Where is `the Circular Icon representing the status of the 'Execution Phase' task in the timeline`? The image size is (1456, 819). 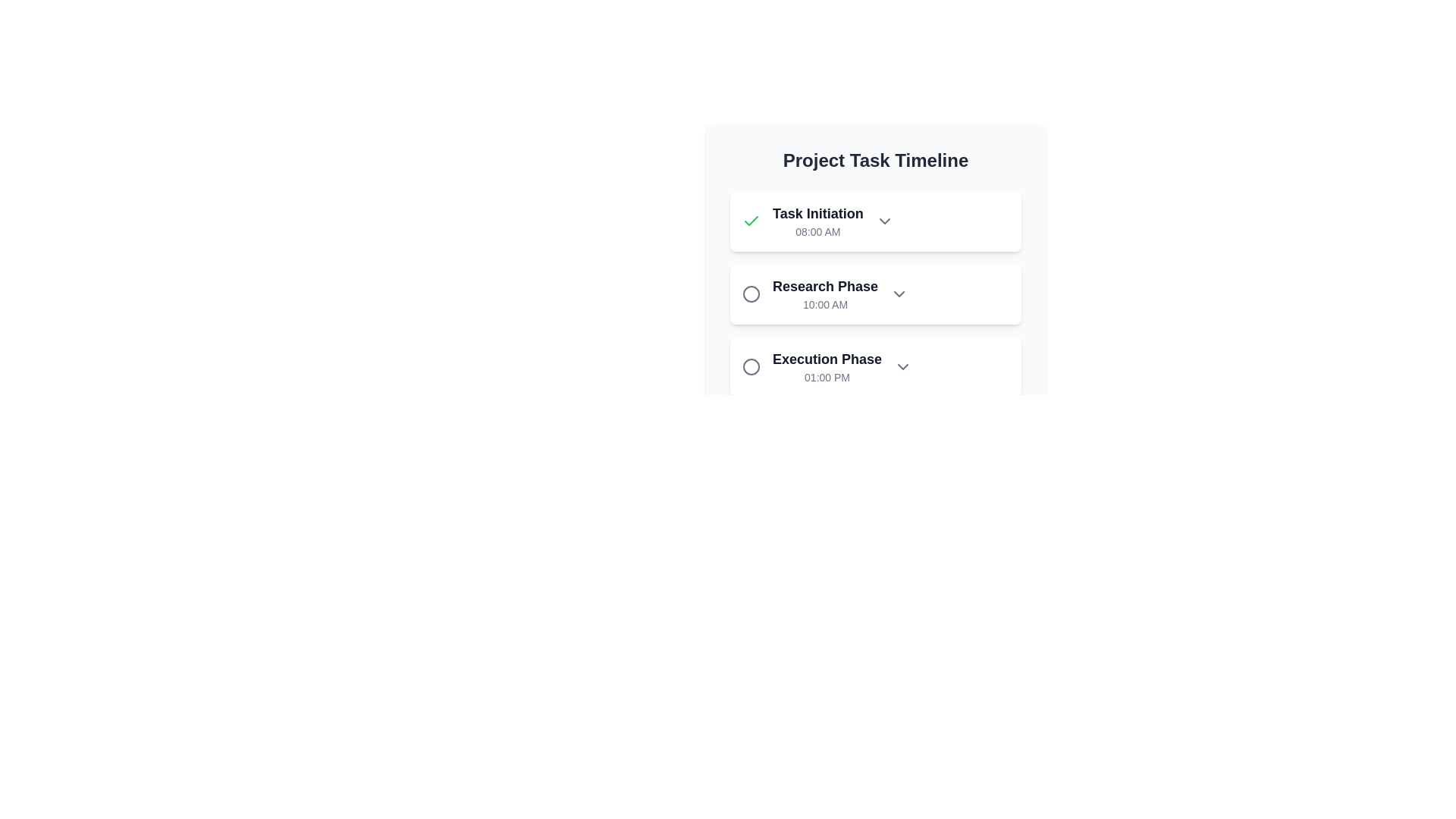
the Circular Icon representing the status of the 'Execution Phase' task in the timeline is located at coordinates (751, 366).